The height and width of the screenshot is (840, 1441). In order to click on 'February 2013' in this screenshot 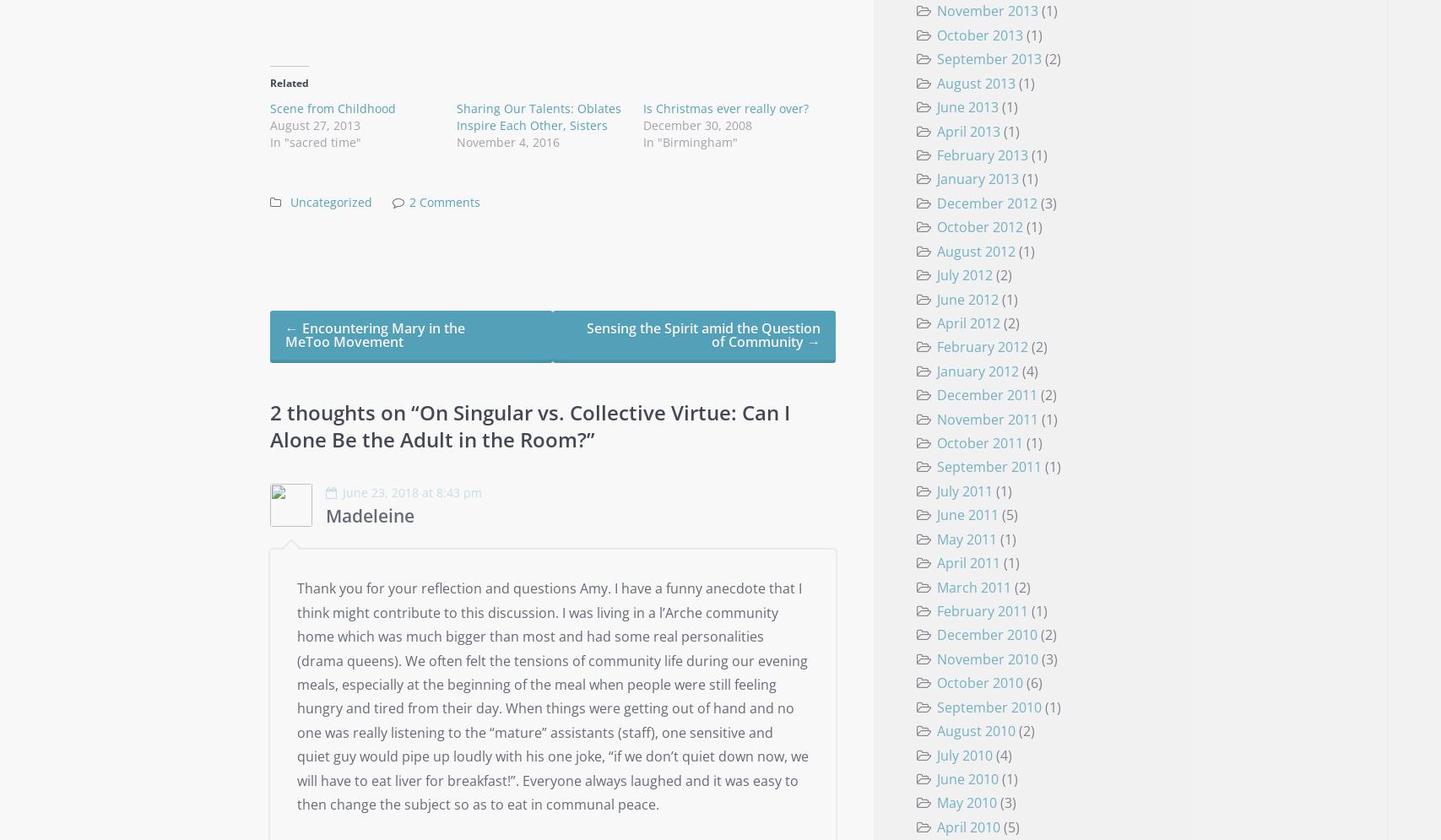, I will do `click(935, 154)`.